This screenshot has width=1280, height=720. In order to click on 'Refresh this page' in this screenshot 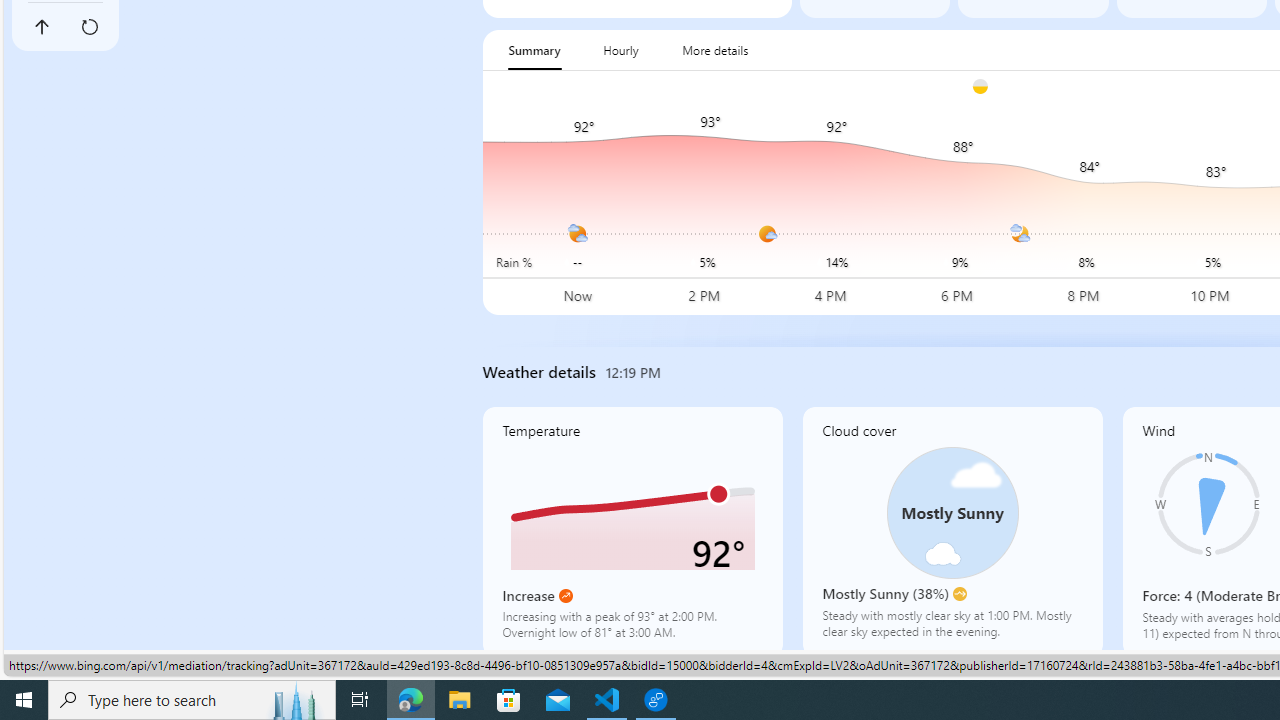, I will do `click(88, 27)`.